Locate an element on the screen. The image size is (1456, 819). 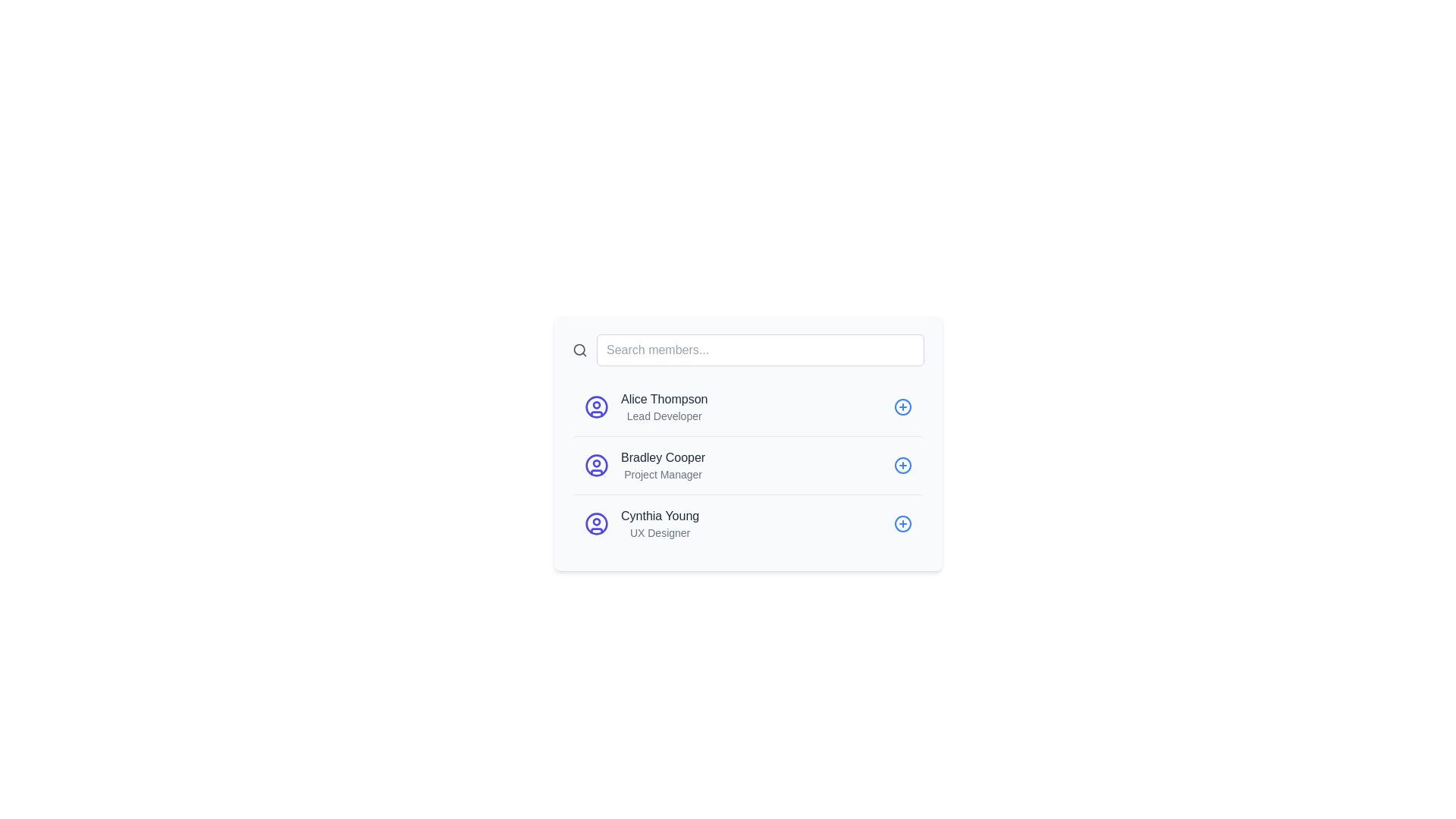
the user avatar icon styled in a circle with an indigo tone, located to the left of 'Alice Thompson' and 'Lead Developer' is located at coordinates (596, 406).